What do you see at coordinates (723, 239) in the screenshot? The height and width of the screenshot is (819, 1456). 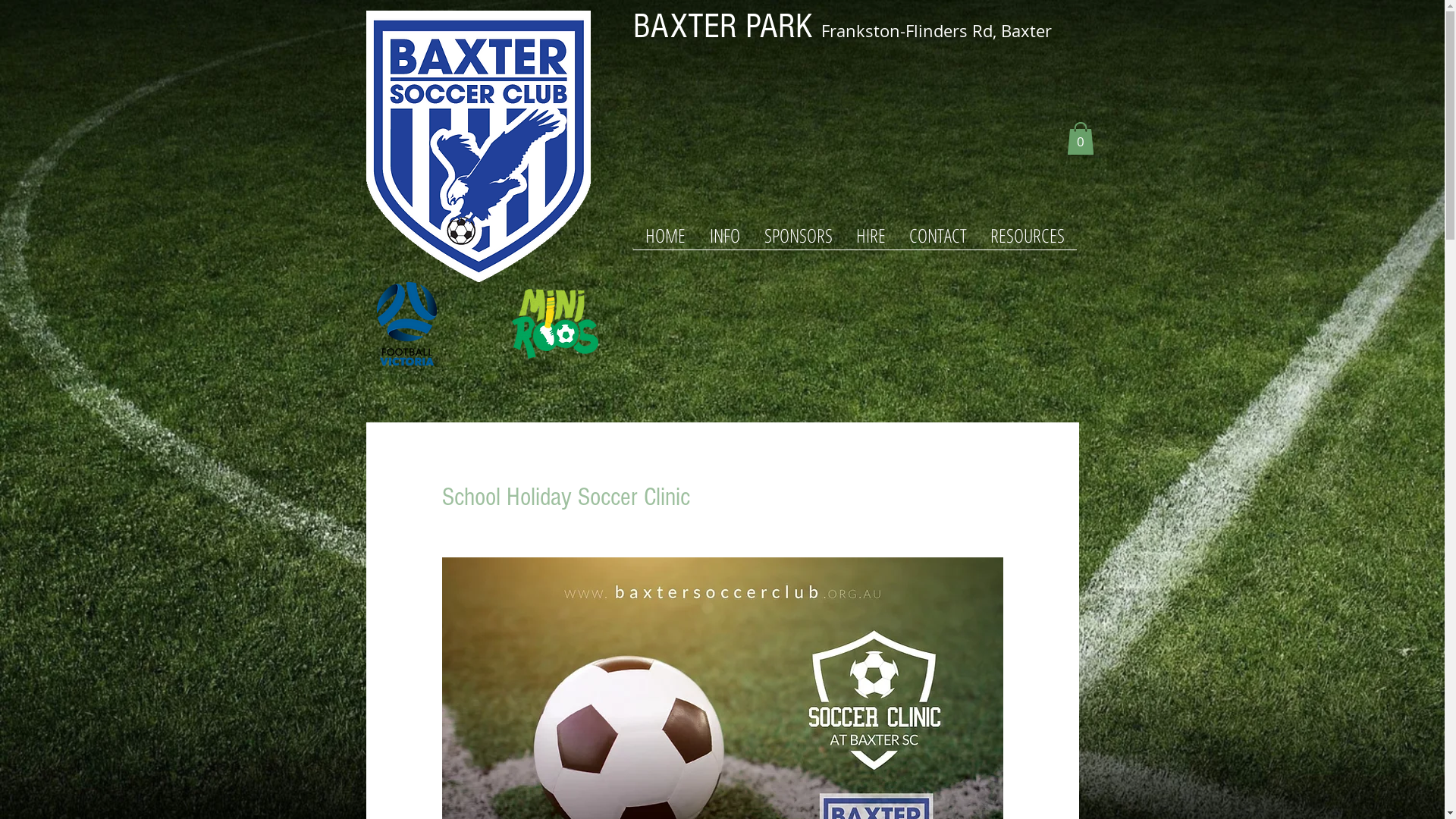 I see `'INFO'` at bounding box center [723, 239].